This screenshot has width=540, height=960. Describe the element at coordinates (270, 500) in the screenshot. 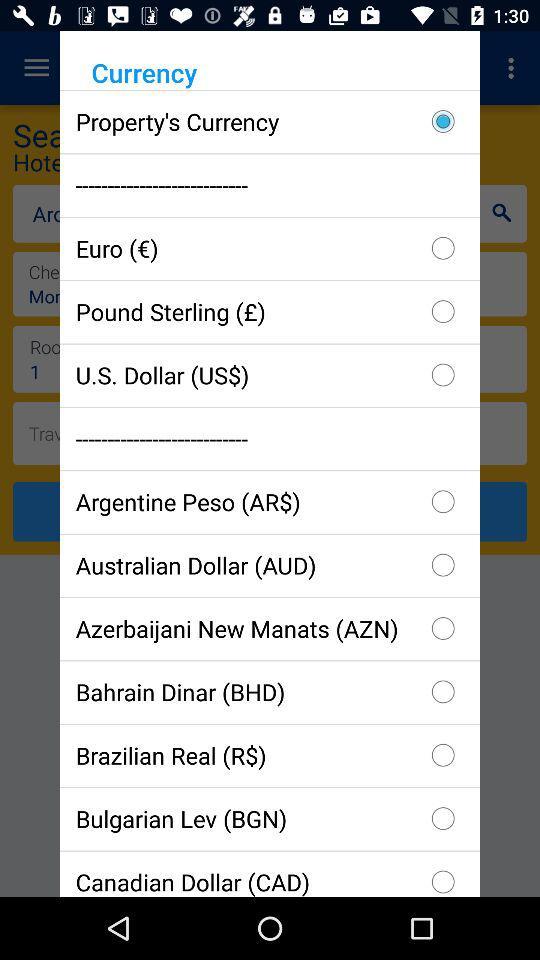

I see `the checkbox below the --------------------------- icon` at that location.